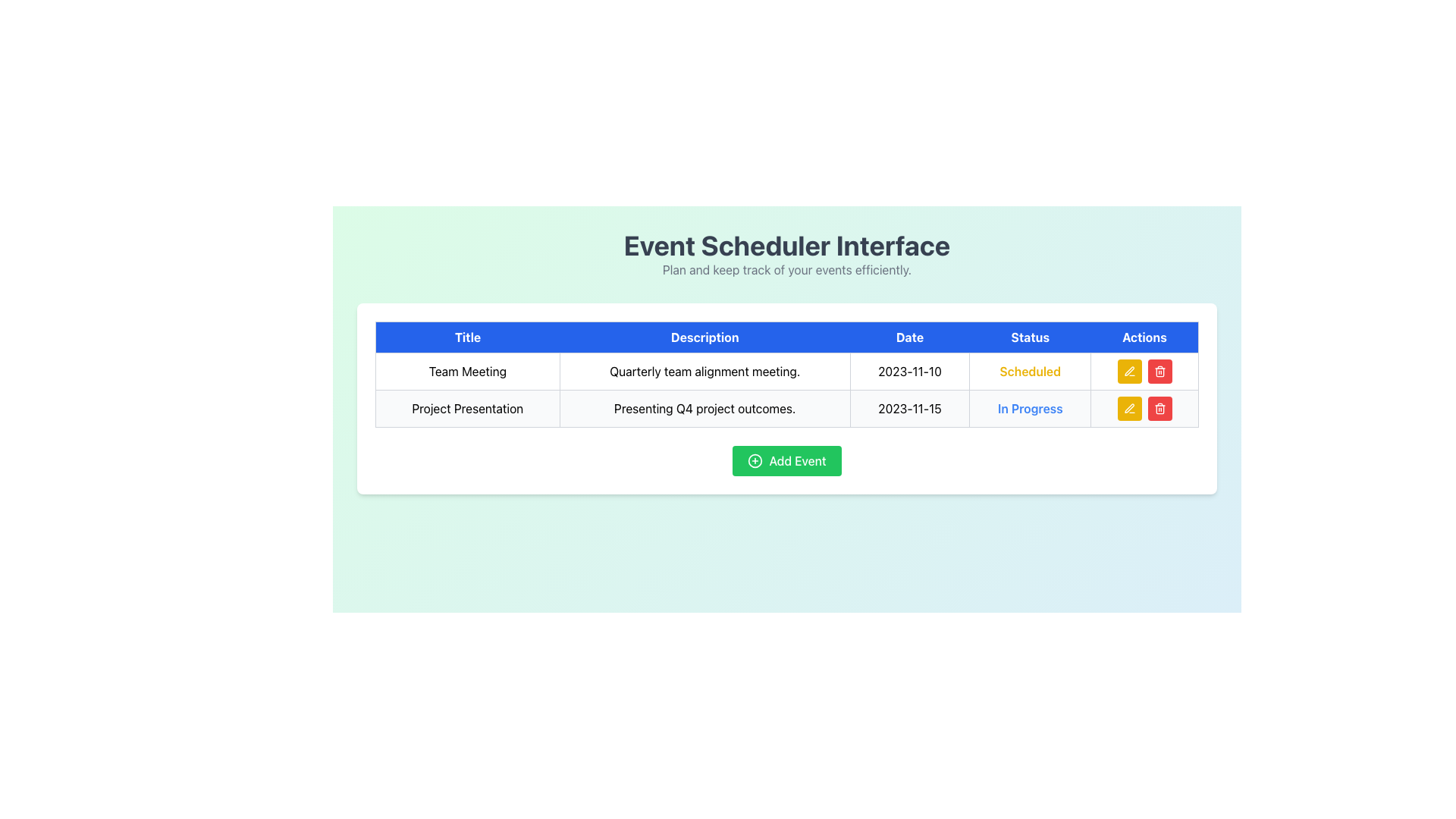 The height and width of the screenshot is (819, 1456). What do you see at coordinates (786, 253) in the screenshot?
I see `text of the header section titled 'Event Scheduler Interface' with the subtitle 'Plan and keep track of your events efficiently.'` at bounding box center [786, 253].